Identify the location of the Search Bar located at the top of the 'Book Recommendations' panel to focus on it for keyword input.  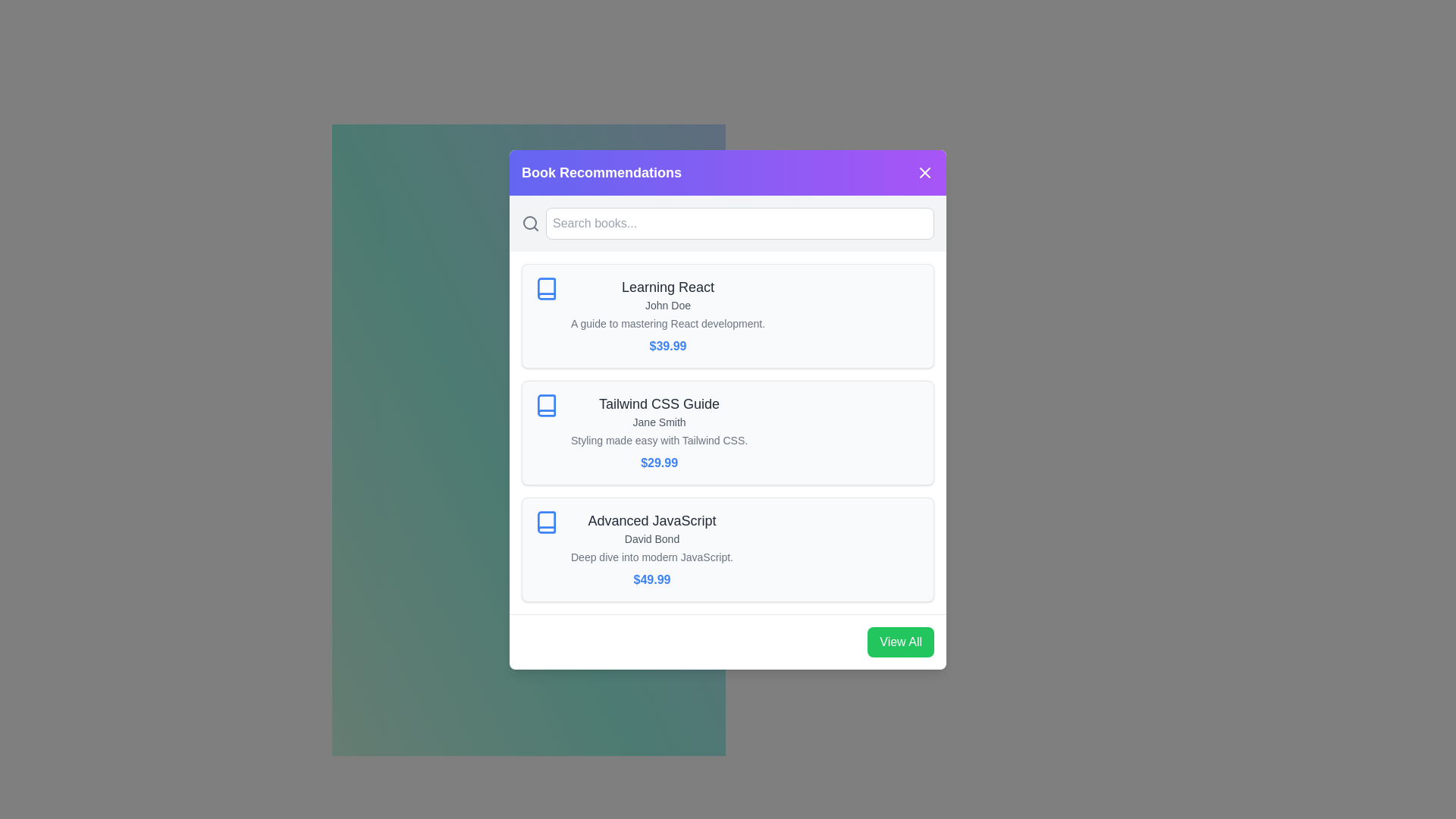
(728, 222).